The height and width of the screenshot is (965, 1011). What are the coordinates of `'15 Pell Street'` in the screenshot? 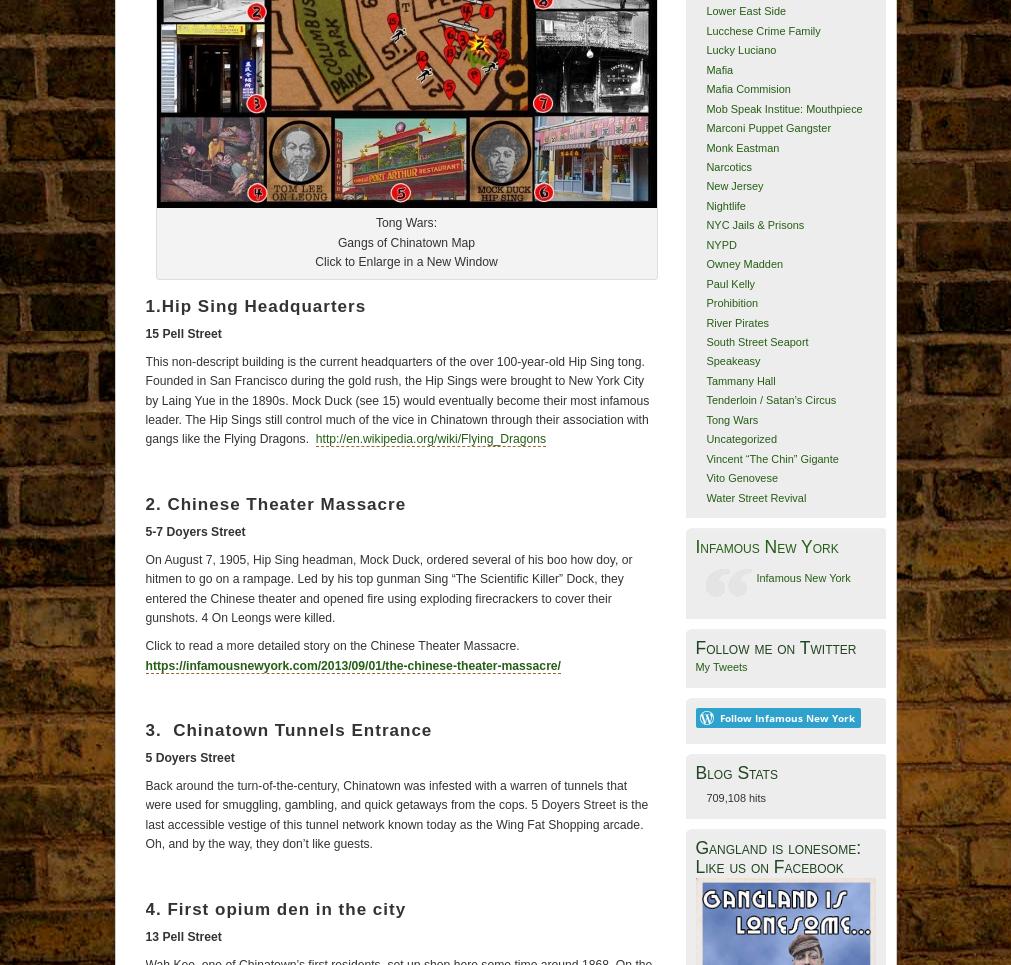 It's located at (143, 332).